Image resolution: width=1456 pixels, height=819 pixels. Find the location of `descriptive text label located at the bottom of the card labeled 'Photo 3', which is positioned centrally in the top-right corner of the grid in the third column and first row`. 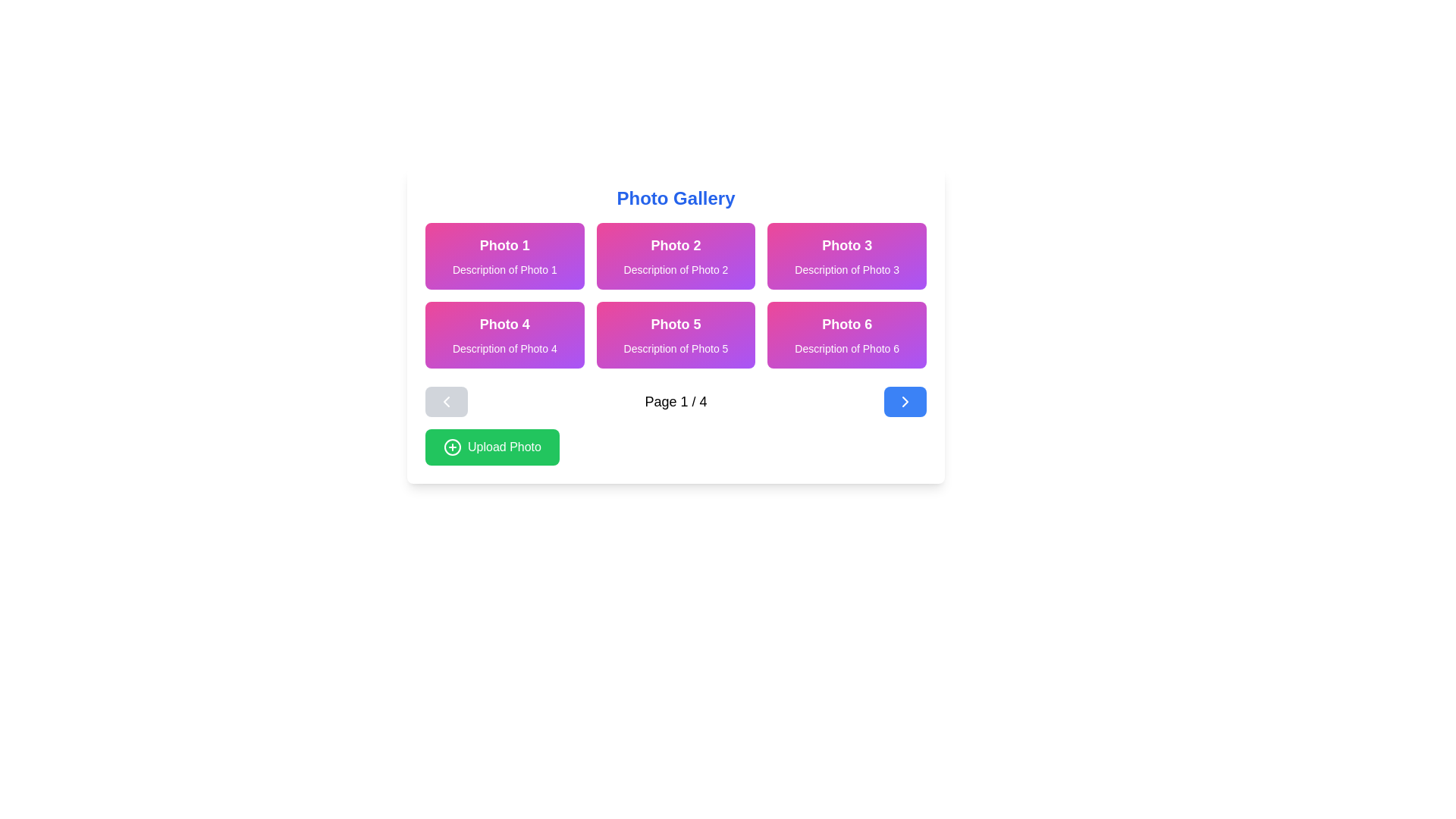

descriptive text label located at the bottom of the card labeled 'Photo 3', which is positioned centrally in the top-right corner of the grid in the third column and first row is located at coordinates (846, 268).